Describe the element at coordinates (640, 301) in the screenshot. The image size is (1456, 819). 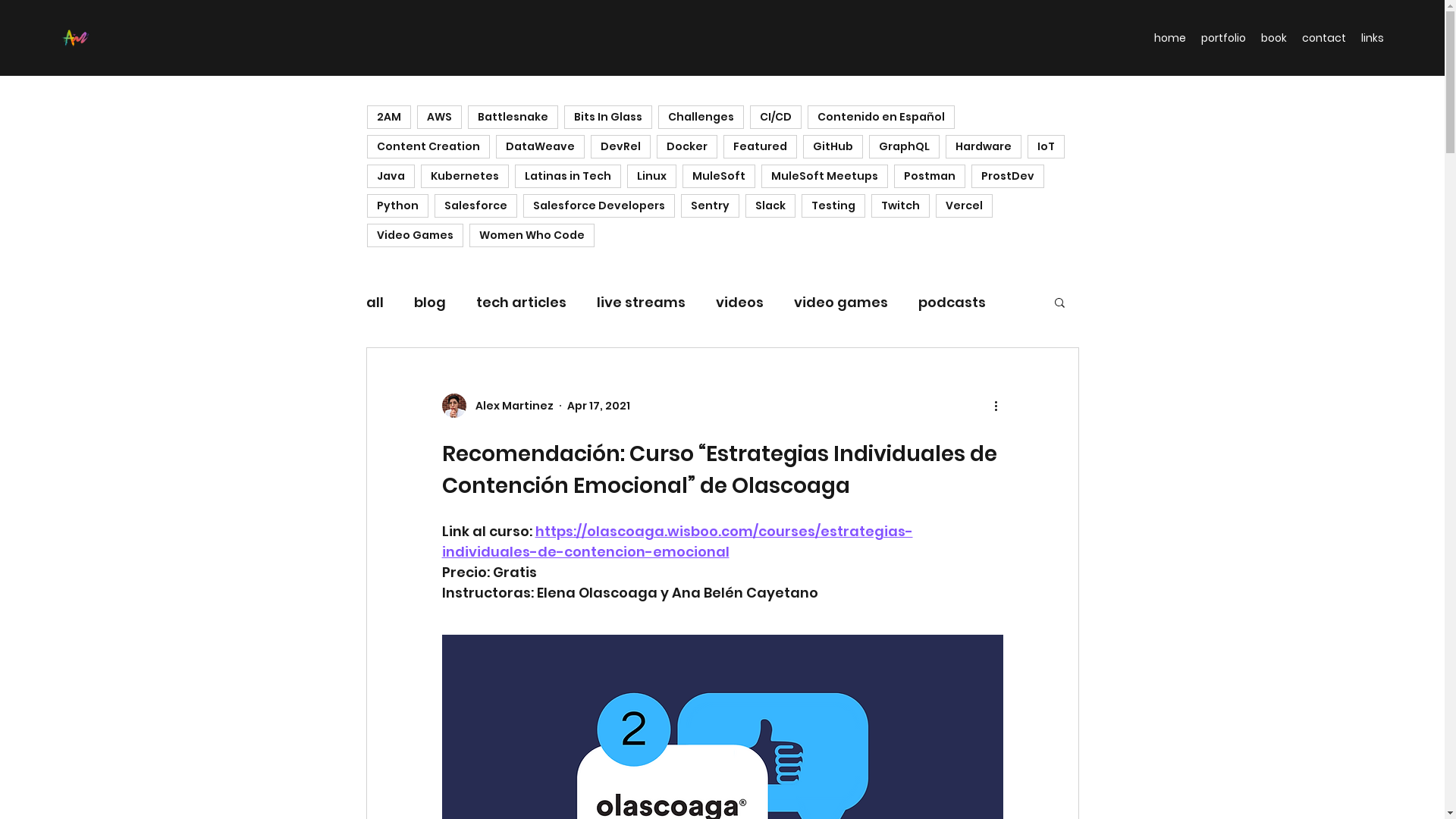
I see `'live streams'` at that location.